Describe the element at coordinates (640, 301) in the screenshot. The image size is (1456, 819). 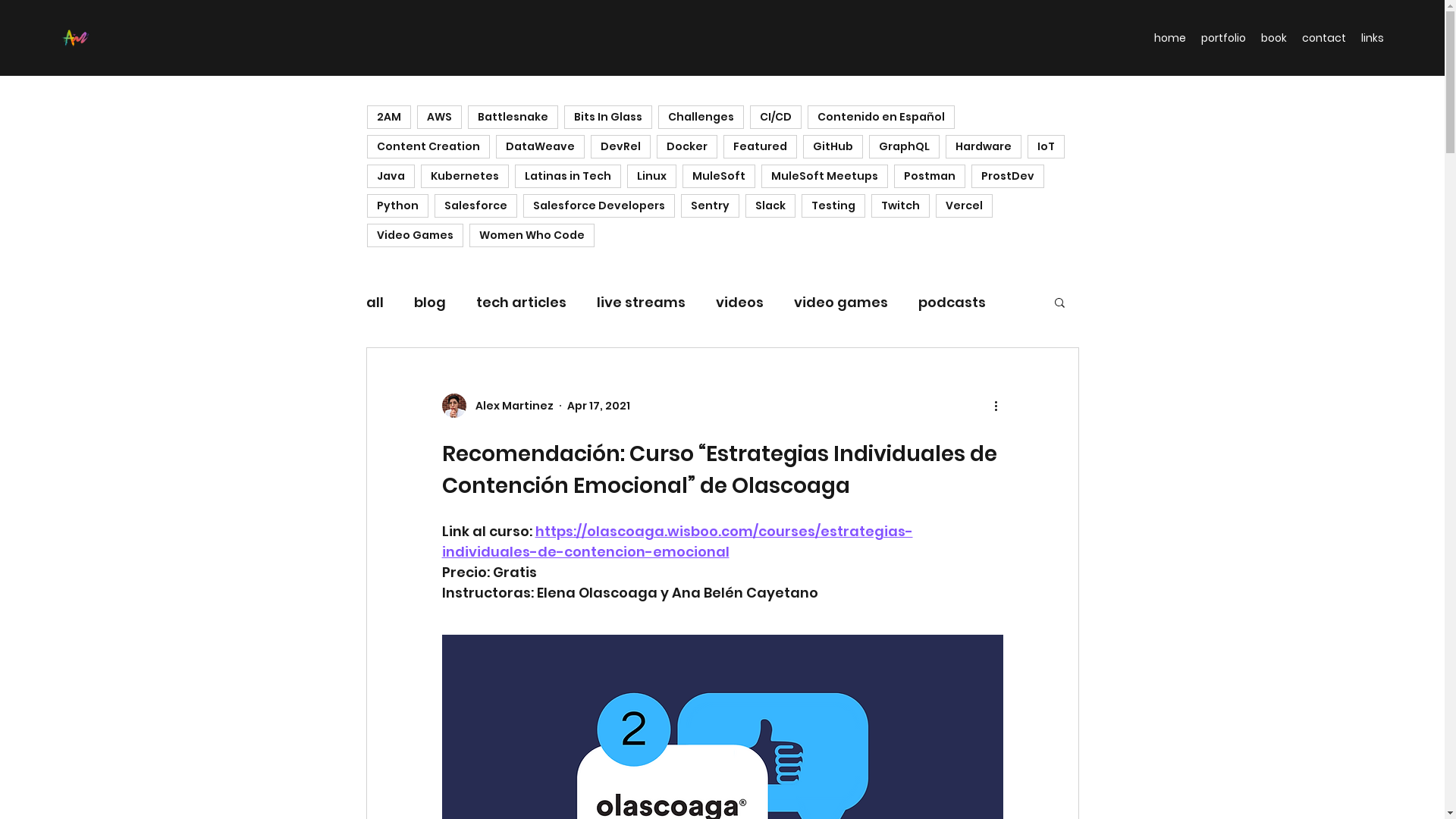
I see `'live streams'` at that location.